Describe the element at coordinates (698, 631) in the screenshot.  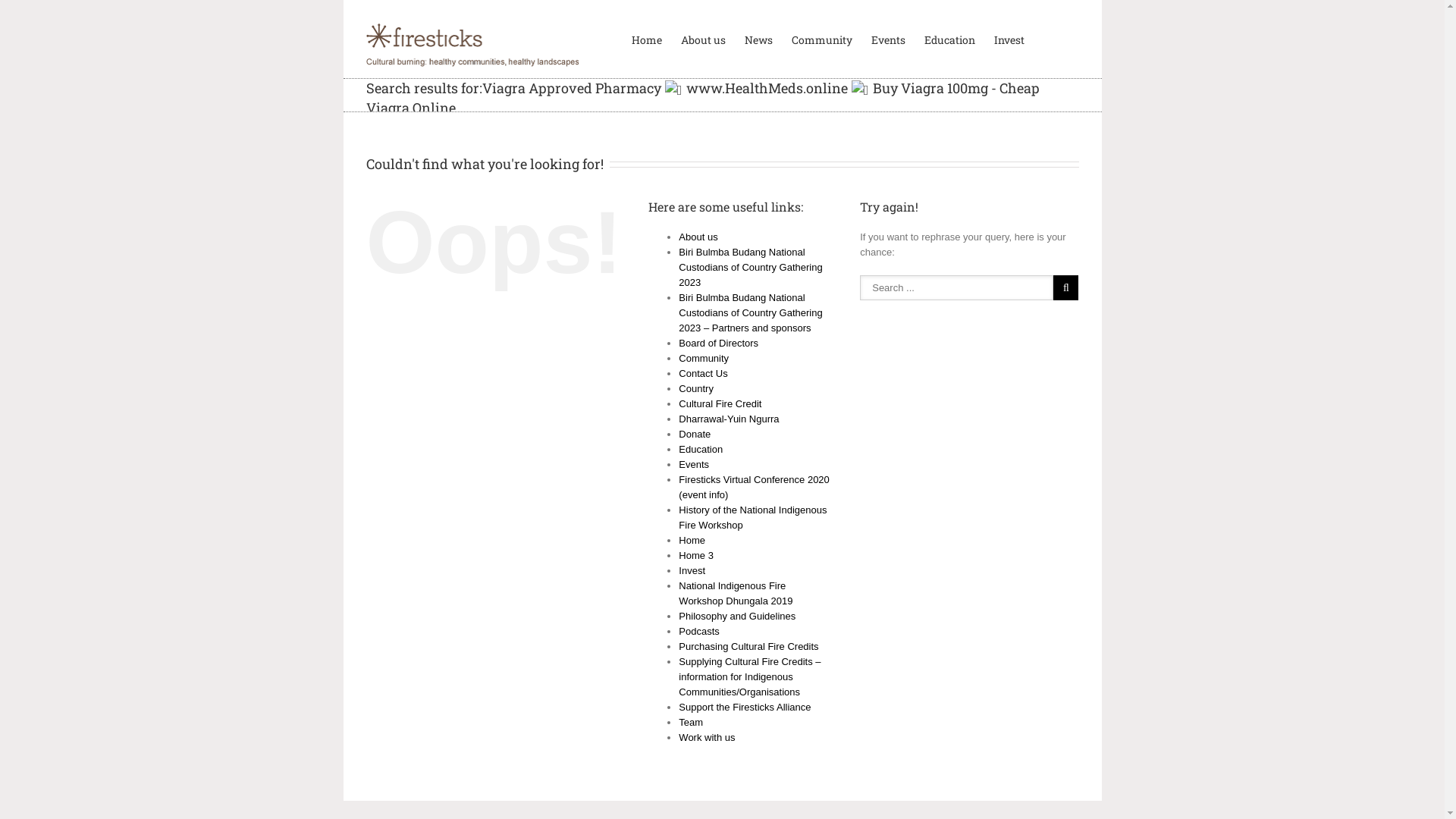
I see `'Podcasts'` at that location.